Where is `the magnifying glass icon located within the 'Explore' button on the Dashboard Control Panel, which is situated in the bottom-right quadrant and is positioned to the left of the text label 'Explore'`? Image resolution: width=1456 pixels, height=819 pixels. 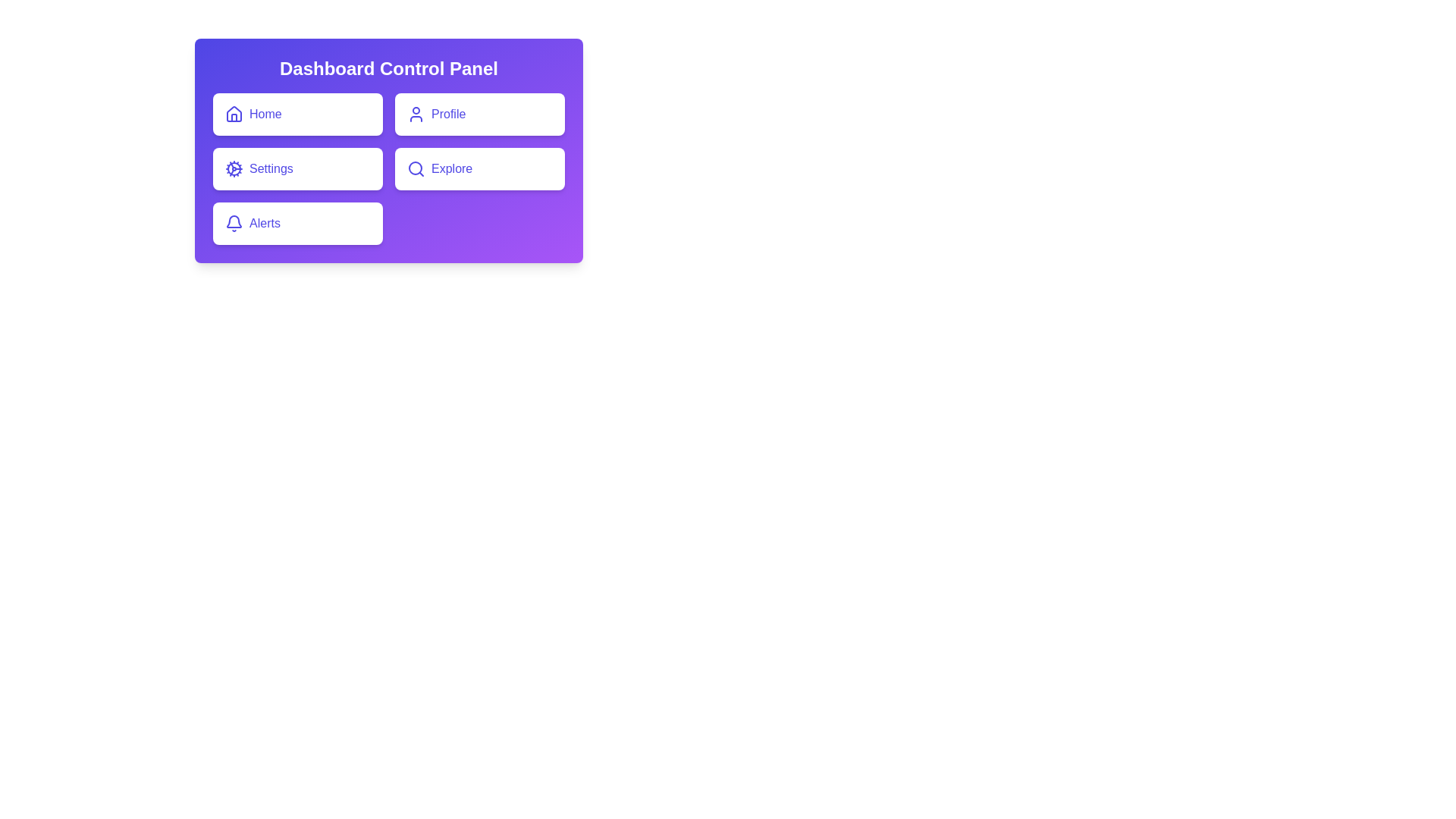
the magnifying glass icon located within the 'Explore' button on the Dashboard Control Panel, which is situated in the bottom-right quadrant and is positioned to the left of the text label 'Explore' is located at coordinates (416, 169).